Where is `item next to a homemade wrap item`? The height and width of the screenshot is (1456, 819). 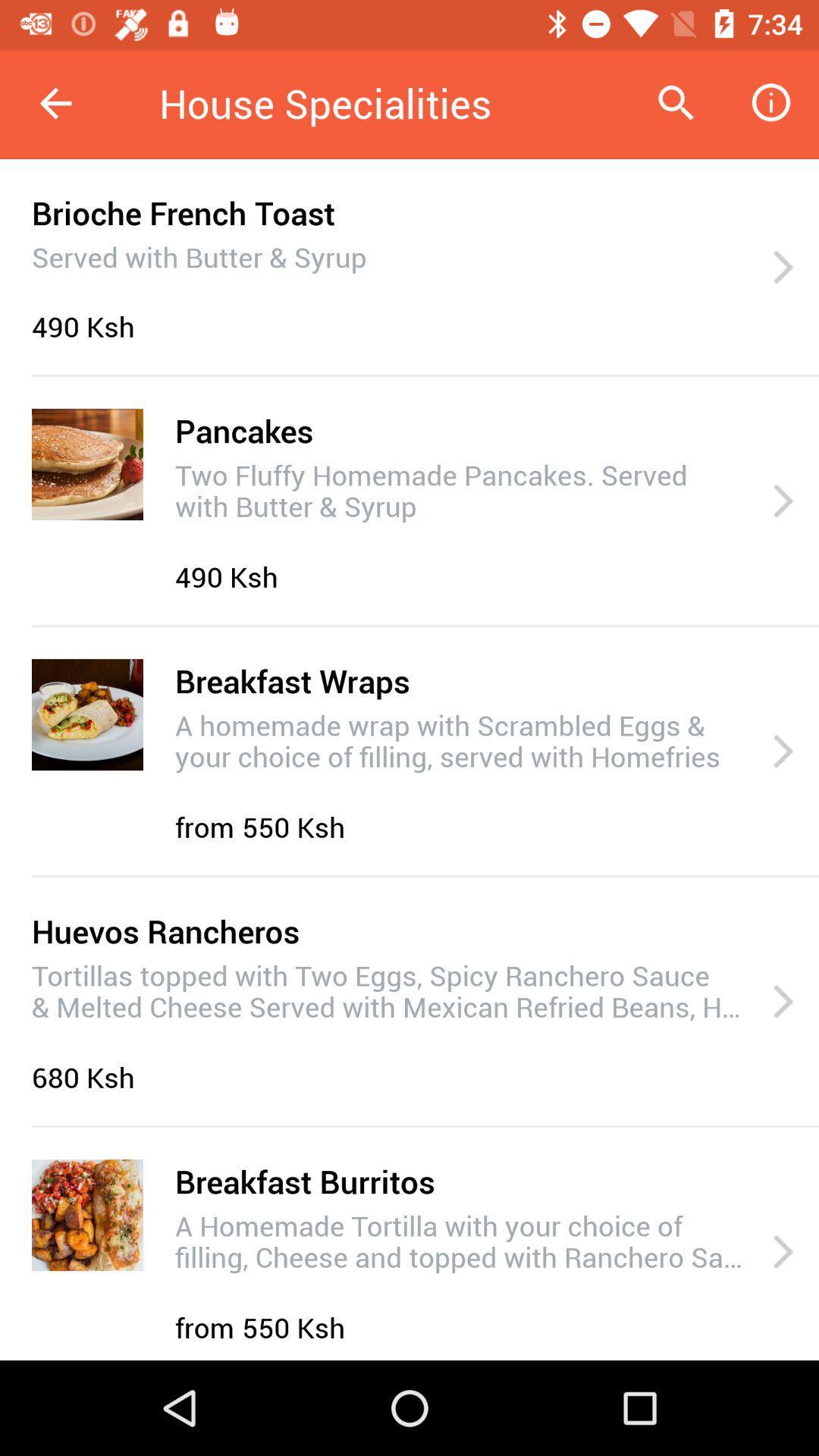
item next to a homemade wrap item is located at coordinates (783, 752).